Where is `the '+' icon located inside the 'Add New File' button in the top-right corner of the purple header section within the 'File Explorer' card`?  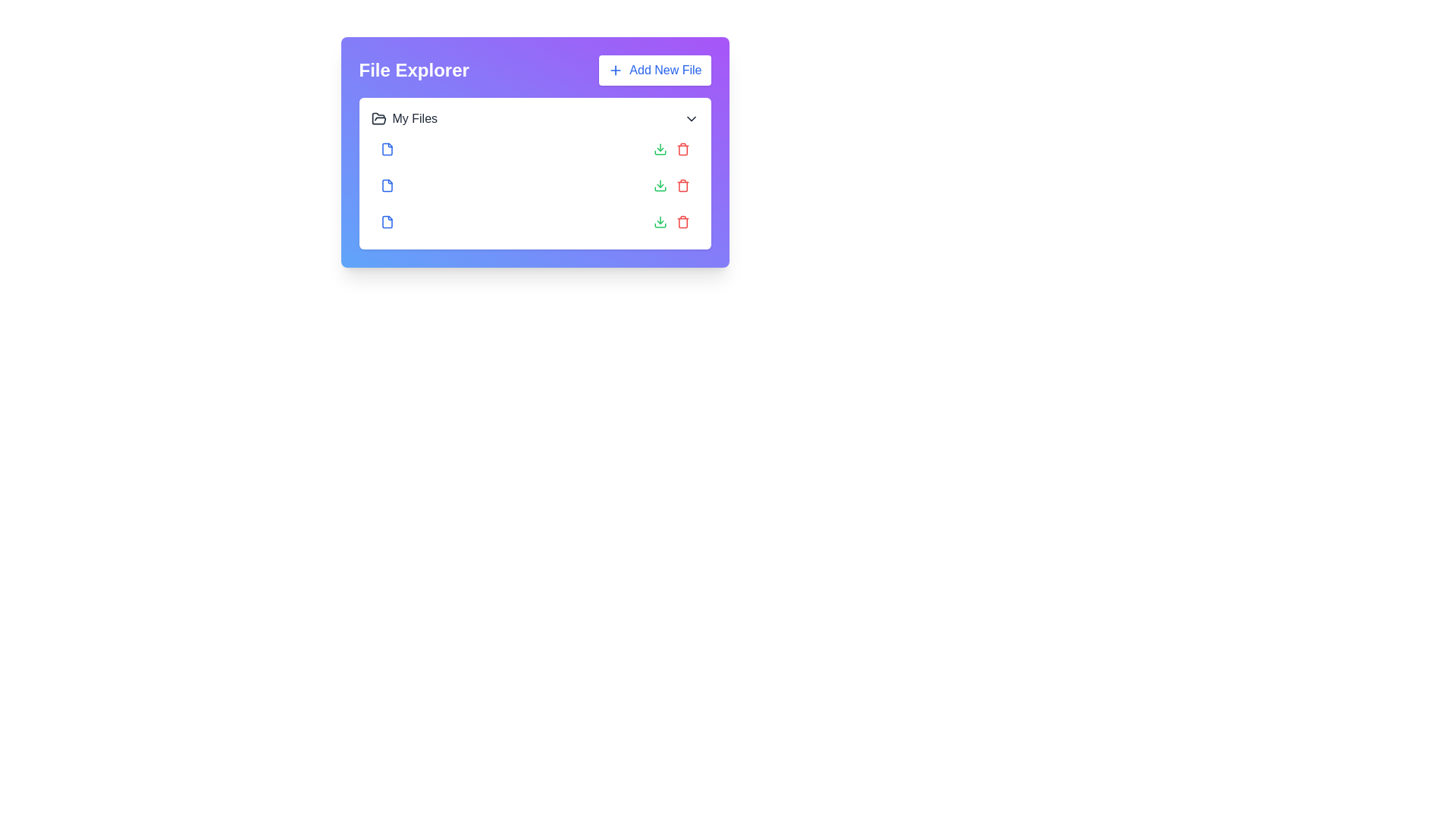
the '+' icon located inside the 'Add New File' button in the top-right corner of the purple header section within the 'File Explorer' card is located at coordinates (616, 70).